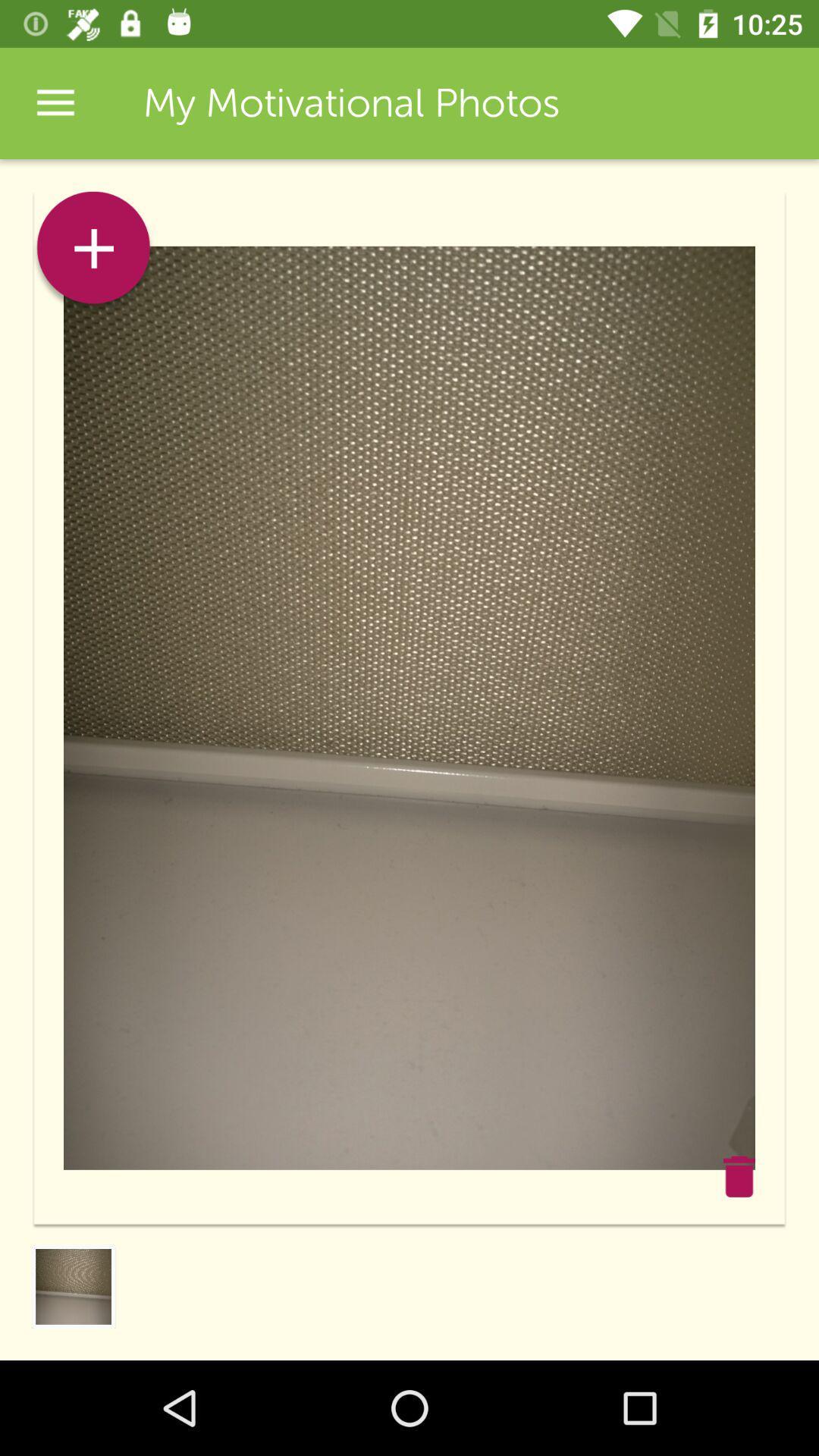 This screenshot has height=1456, width=819. I want to click on the add icon, so click(93, 253).